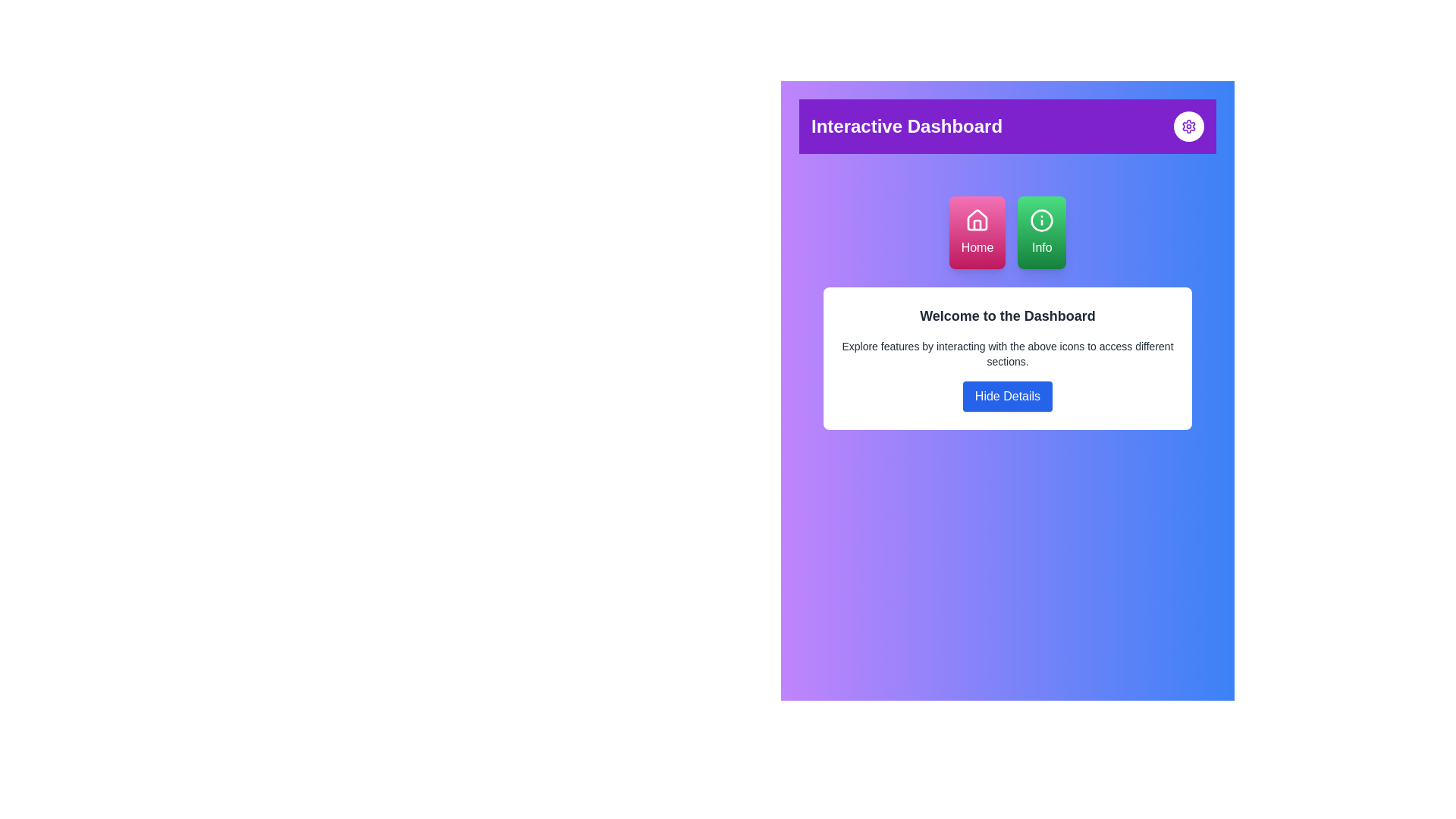 The height and width of the screenshot is (819, 1456). I want to click on the guidance text element located below the title 'Welcome to the Dashboard' and above the 'Hide Details' button, so click(1008, 353).